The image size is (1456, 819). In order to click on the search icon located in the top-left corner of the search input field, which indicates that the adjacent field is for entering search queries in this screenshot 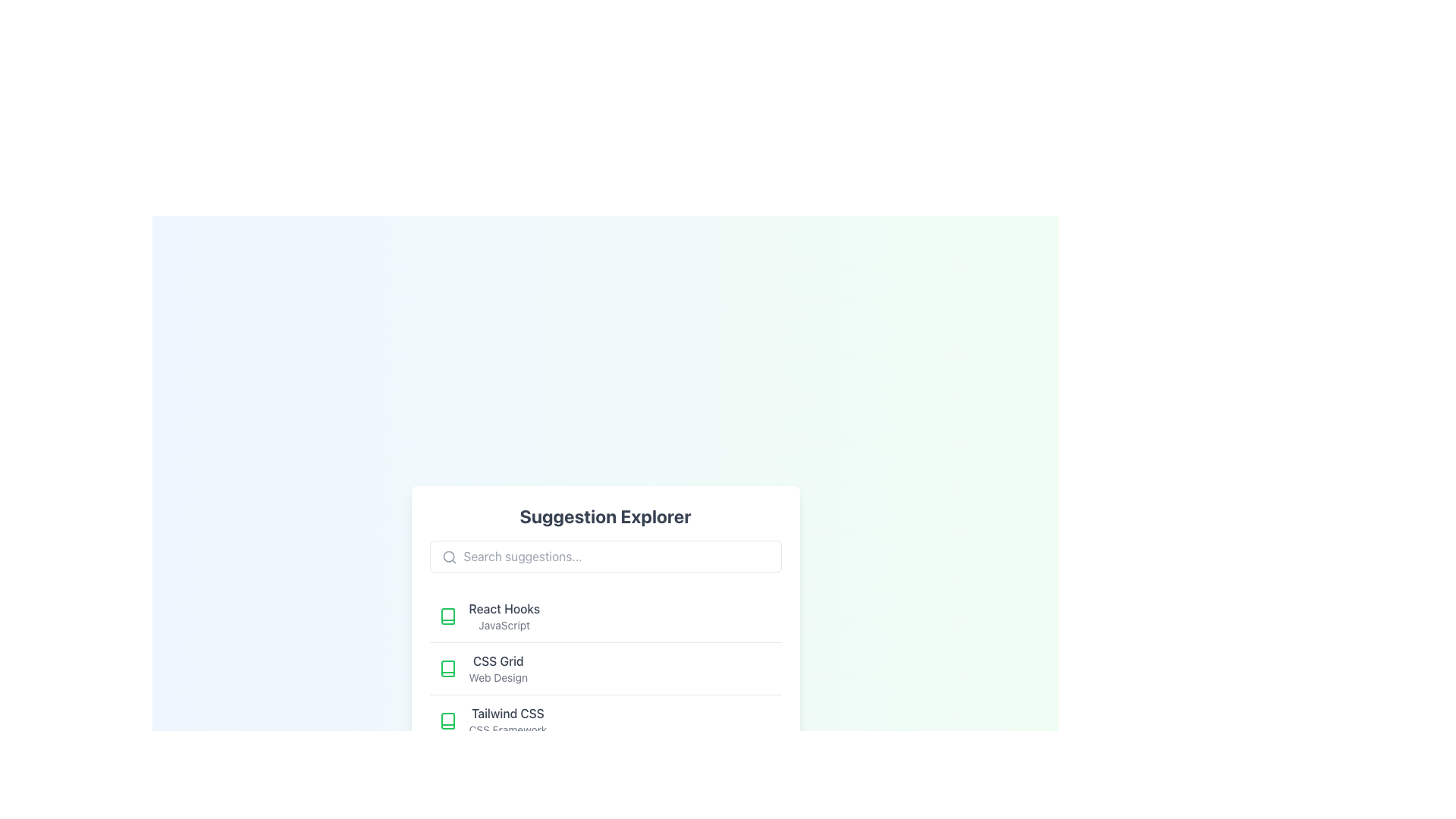, I will do `click(448, 557)`.